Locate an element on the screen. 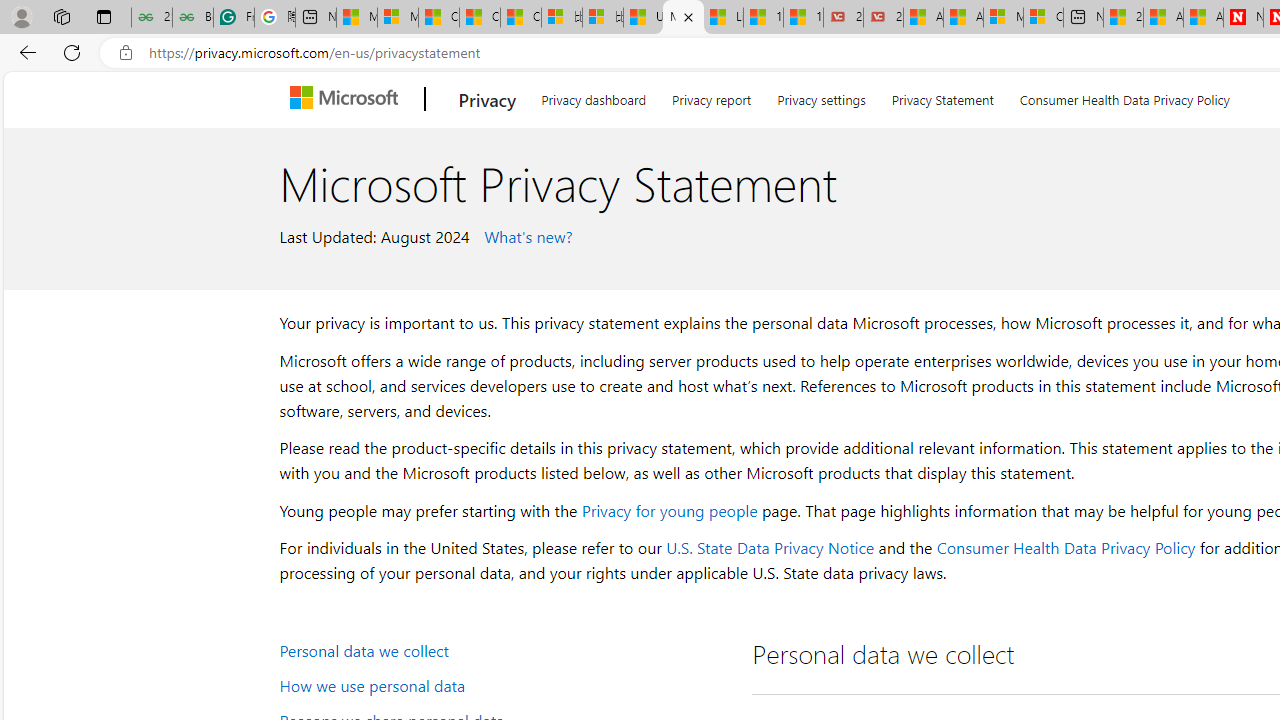  'Privacy report' is located at coordinates (712, 96).